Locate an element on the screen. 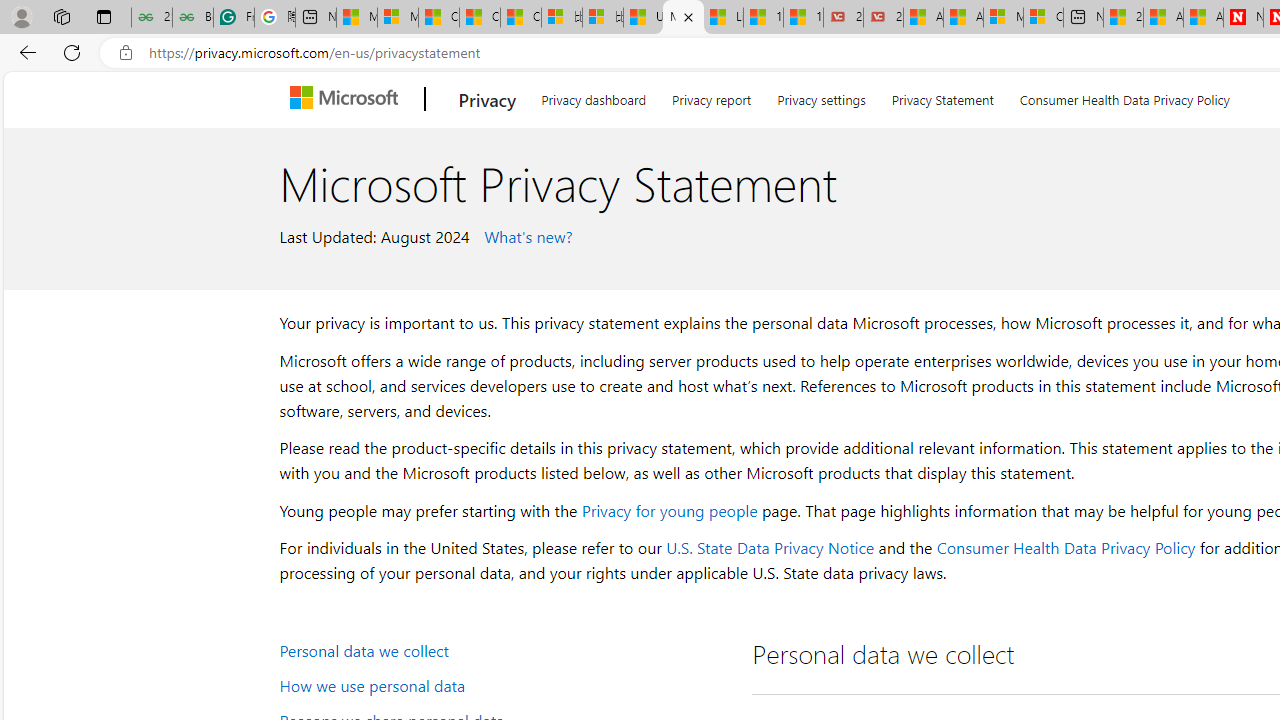  'Privacy report' is located at coordinates (712, 96).